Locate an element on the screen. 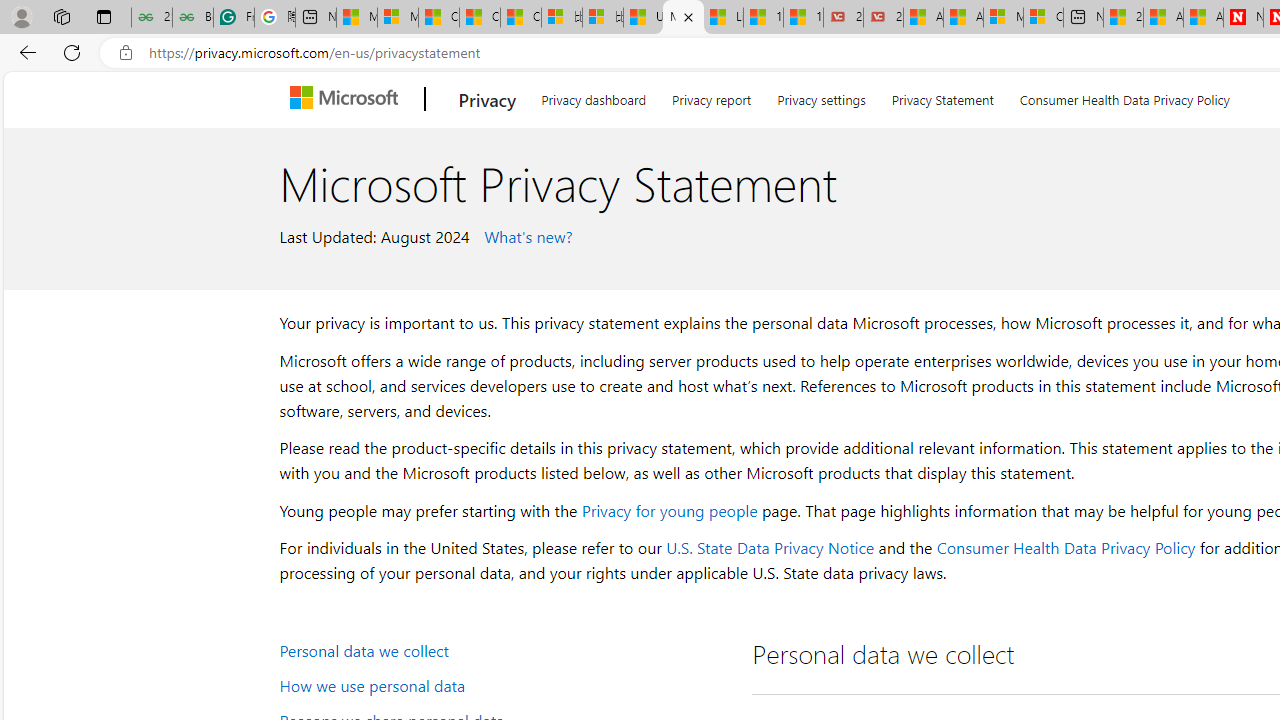  'Privacy report' is located at coordinates (712, 96).